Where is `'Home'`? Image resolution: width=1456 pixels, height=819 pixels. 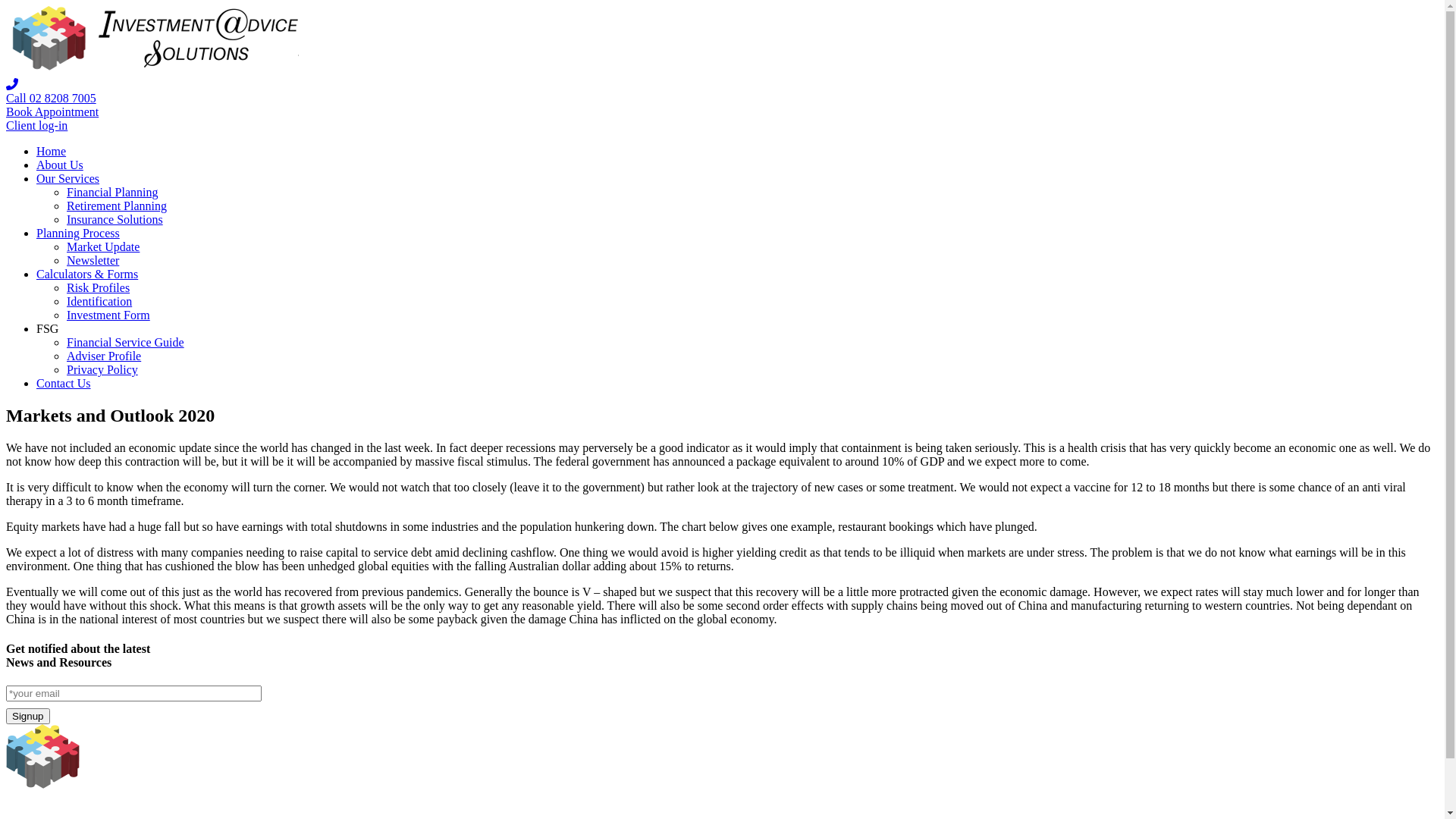 'Home' is located at coordinates (51, 151).